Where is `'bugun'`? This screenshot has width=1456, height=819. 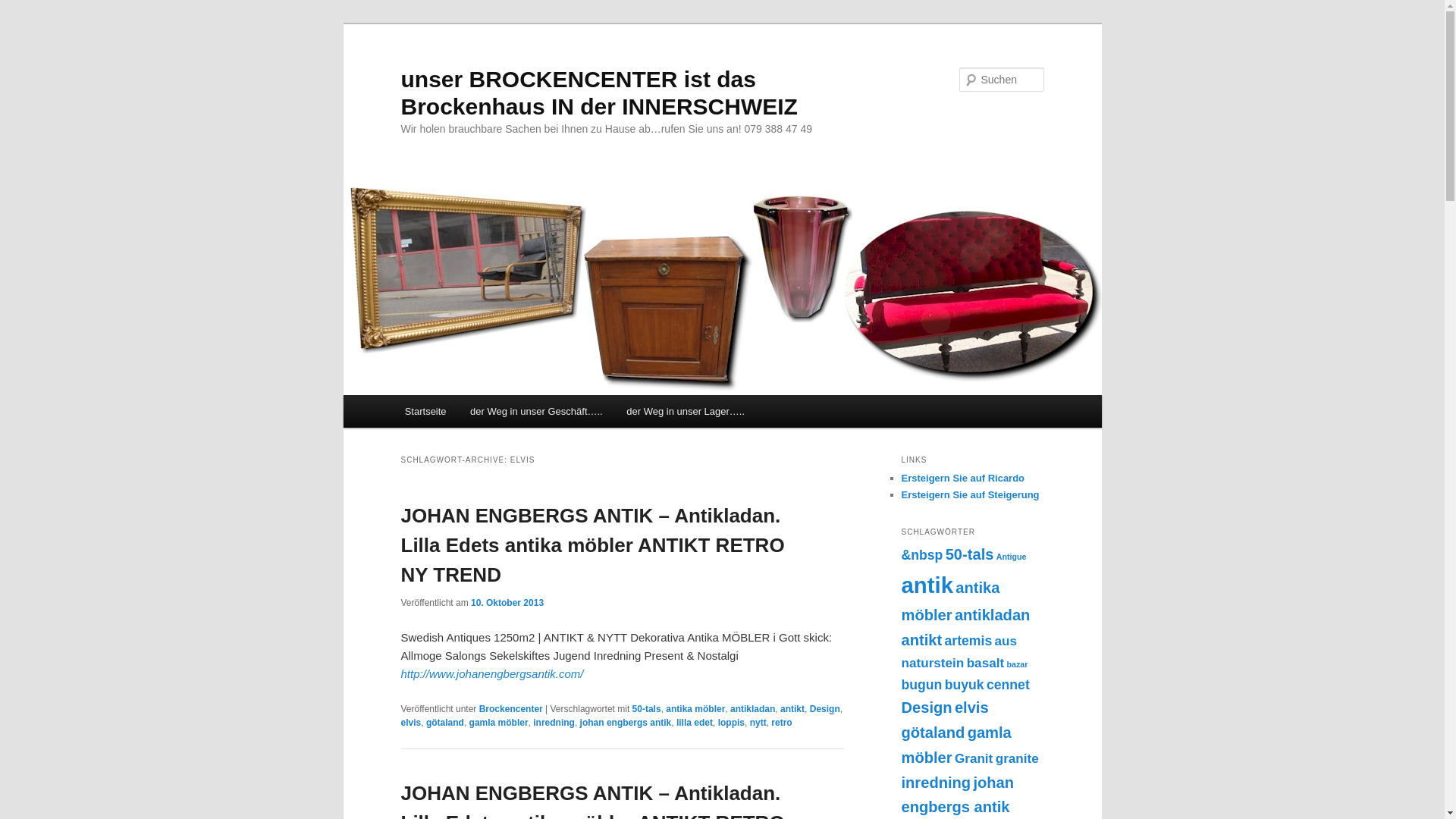
'bugun' is located at coordinates (920, 684).